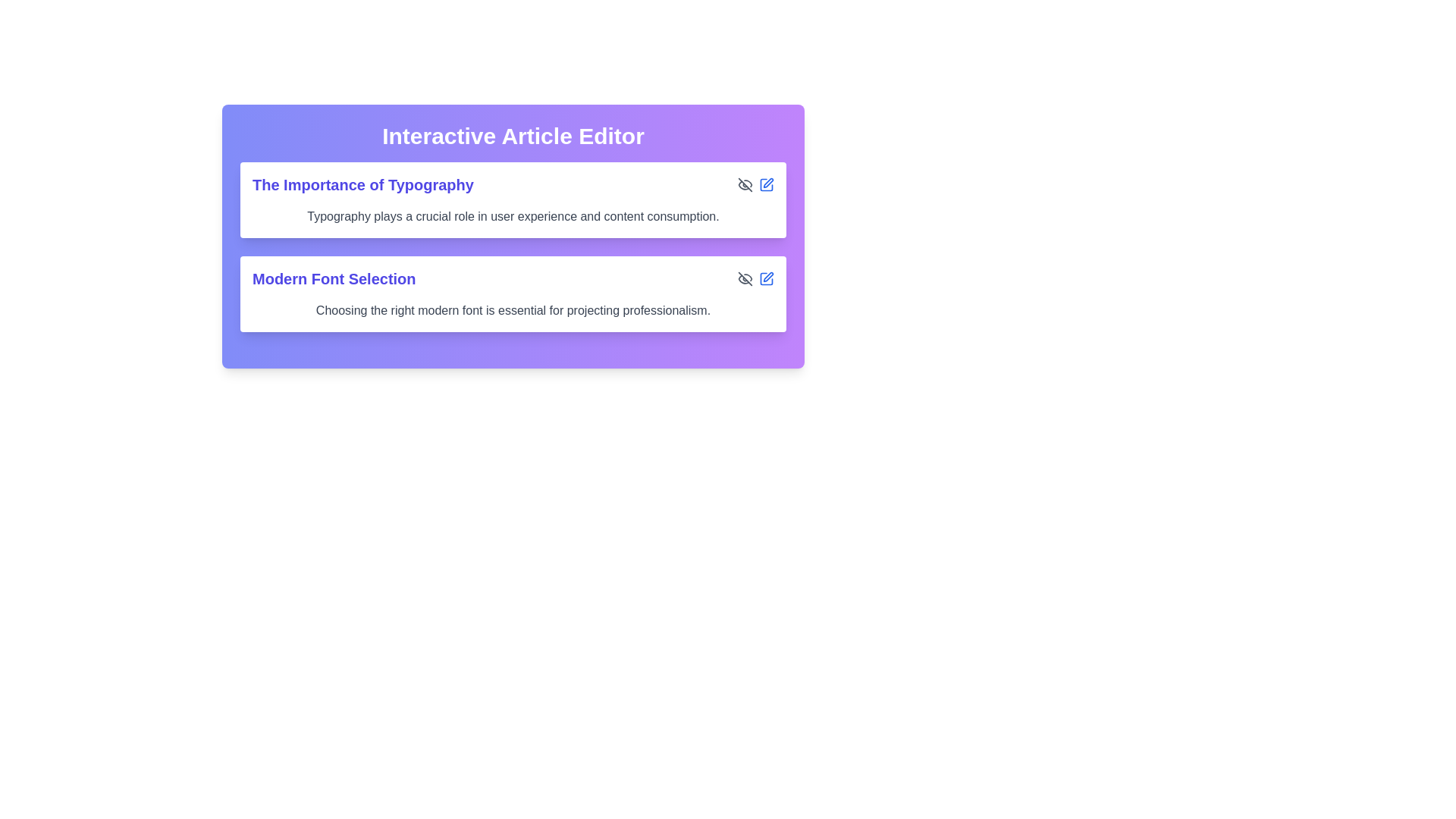 The width and height of the screenshot is (1456, 819). Describe the element at coordinates (513, 309) in the screenshot. I see `the text display that shows the content 'Choosing the right modern font is essential for projecting professionalism.' located at the lower part of the second interactive card` at that location.